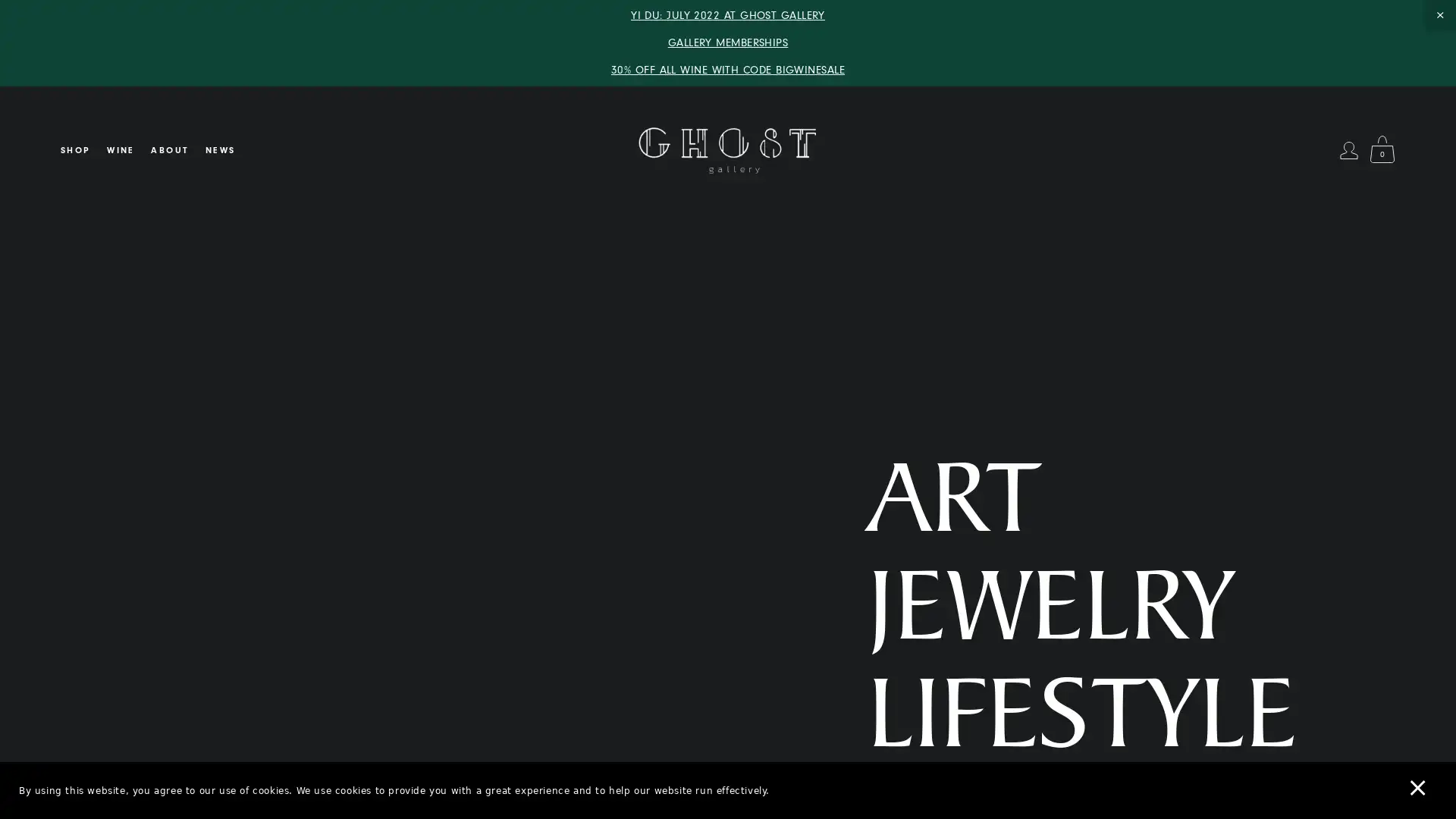 Image resolution: width=1456 pixels, height=819 pixels. I want to click on Close, so click(1379, 362).